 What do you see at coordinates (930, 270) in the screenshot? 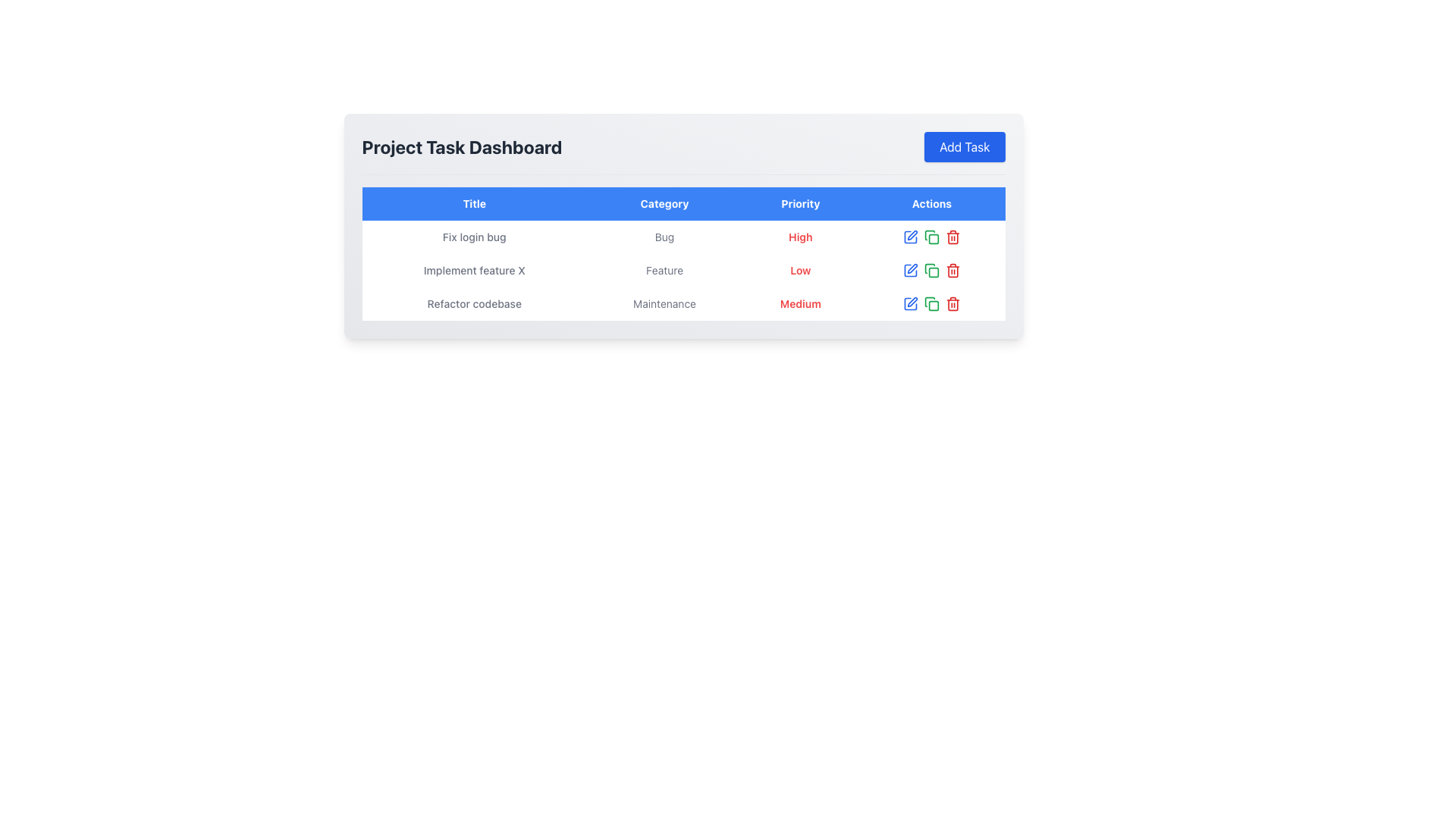
I see `the second action icon in the Actions column of the row labeled 'Feature' in the middle of the table` at bounding box center [930, 270].